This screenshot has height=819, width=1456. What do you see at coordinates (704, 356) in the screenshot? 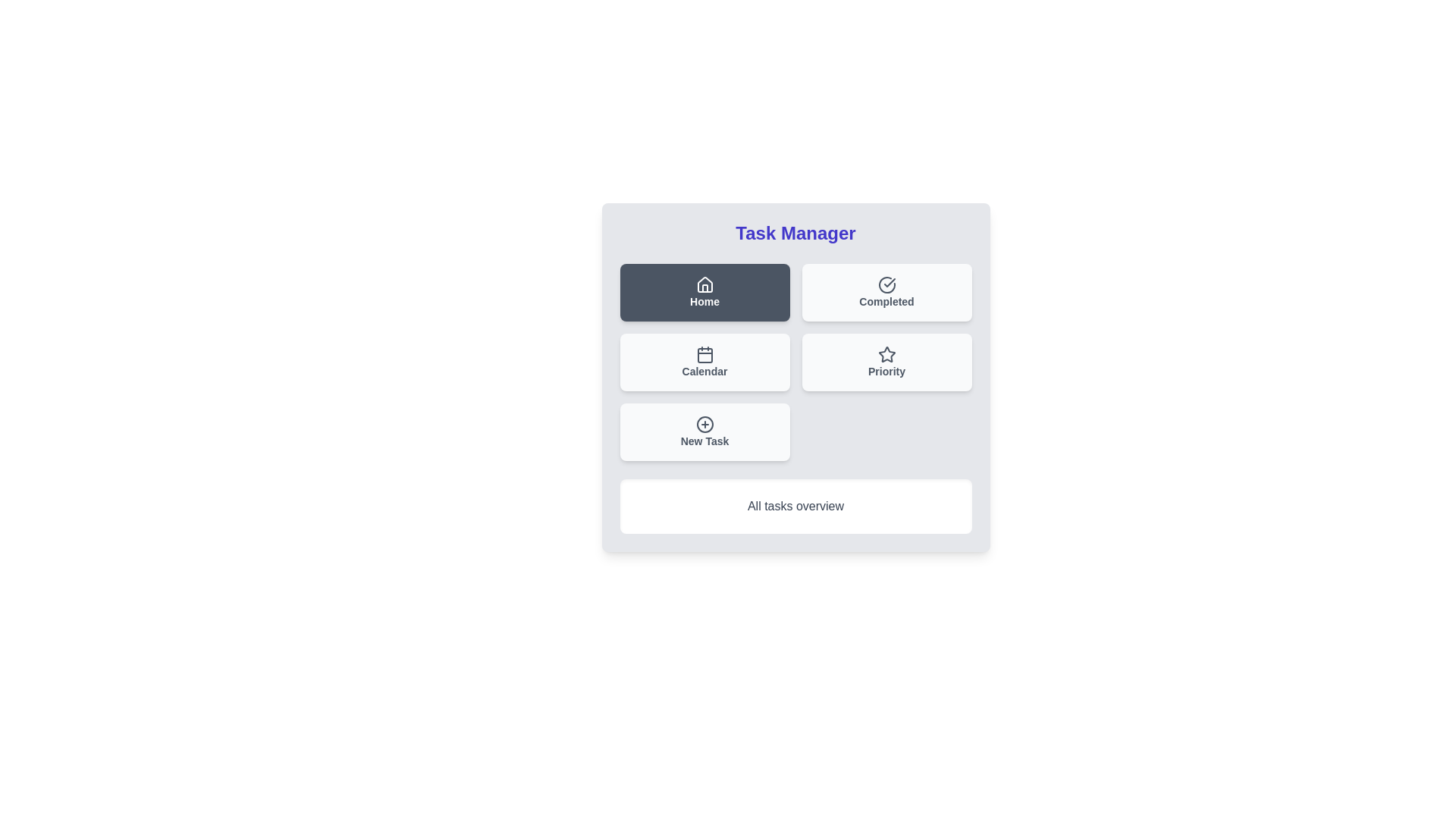
I see `the filled rectangular section of the calendar icon, which is styled with rounded corners and is located under the 'Calendar' label` at bounding box center [704, 356].